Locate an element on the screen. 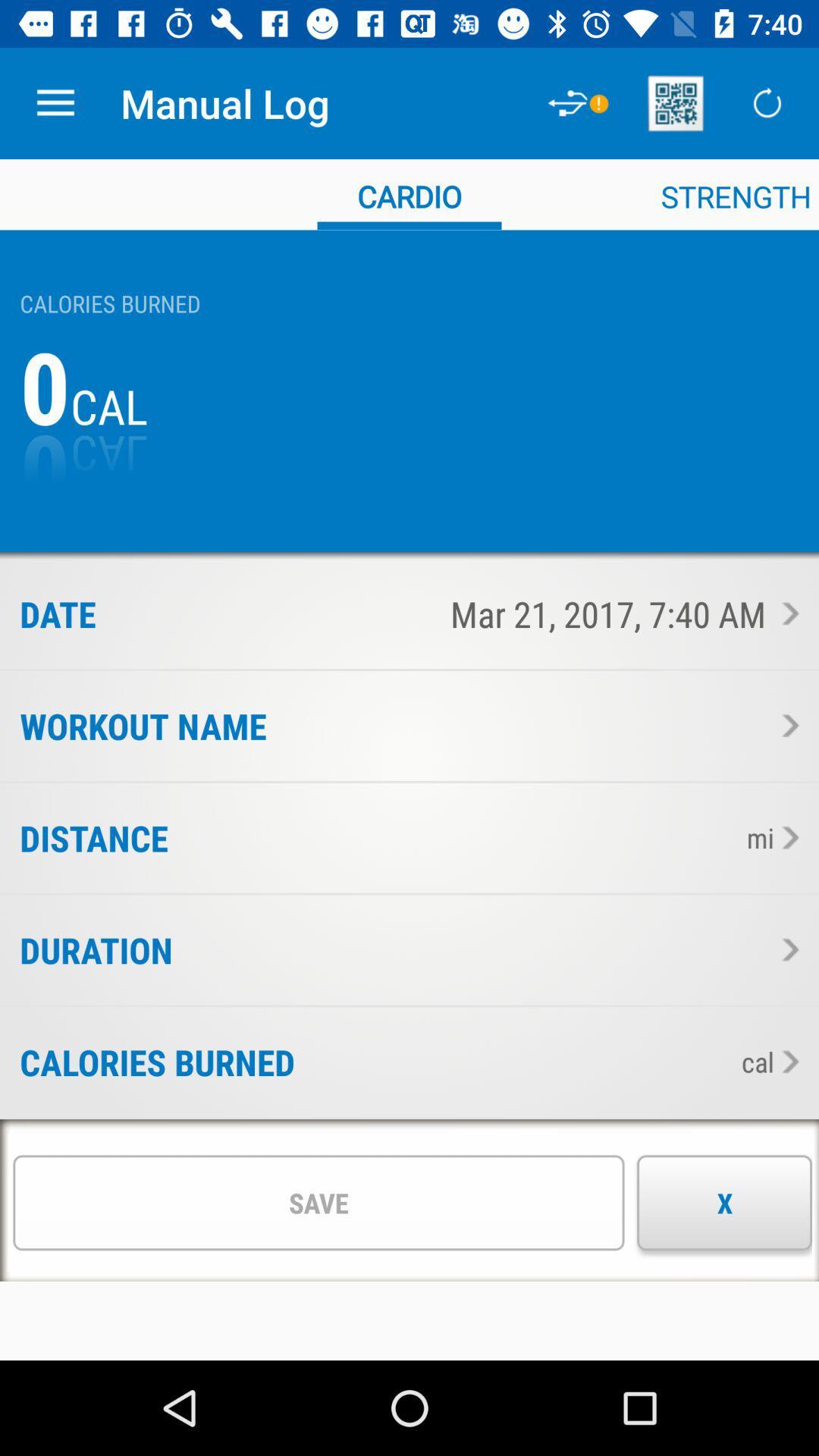  see the duration is located at coordinates (786, 949).